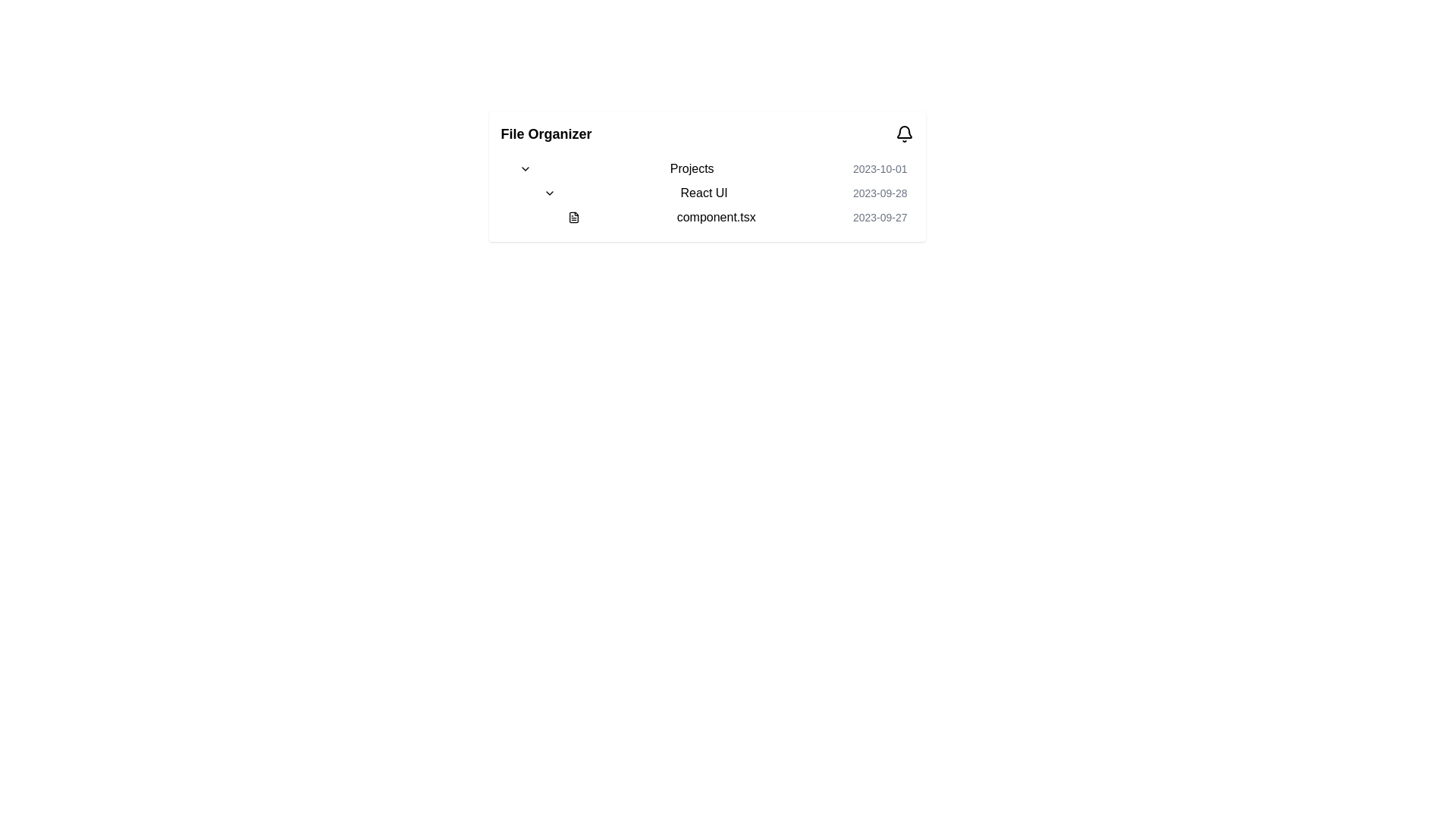 This screenshot has height=819, width=1456. I want to click on the 'React UI' text label within the file organizer interface, so click(703, 192).